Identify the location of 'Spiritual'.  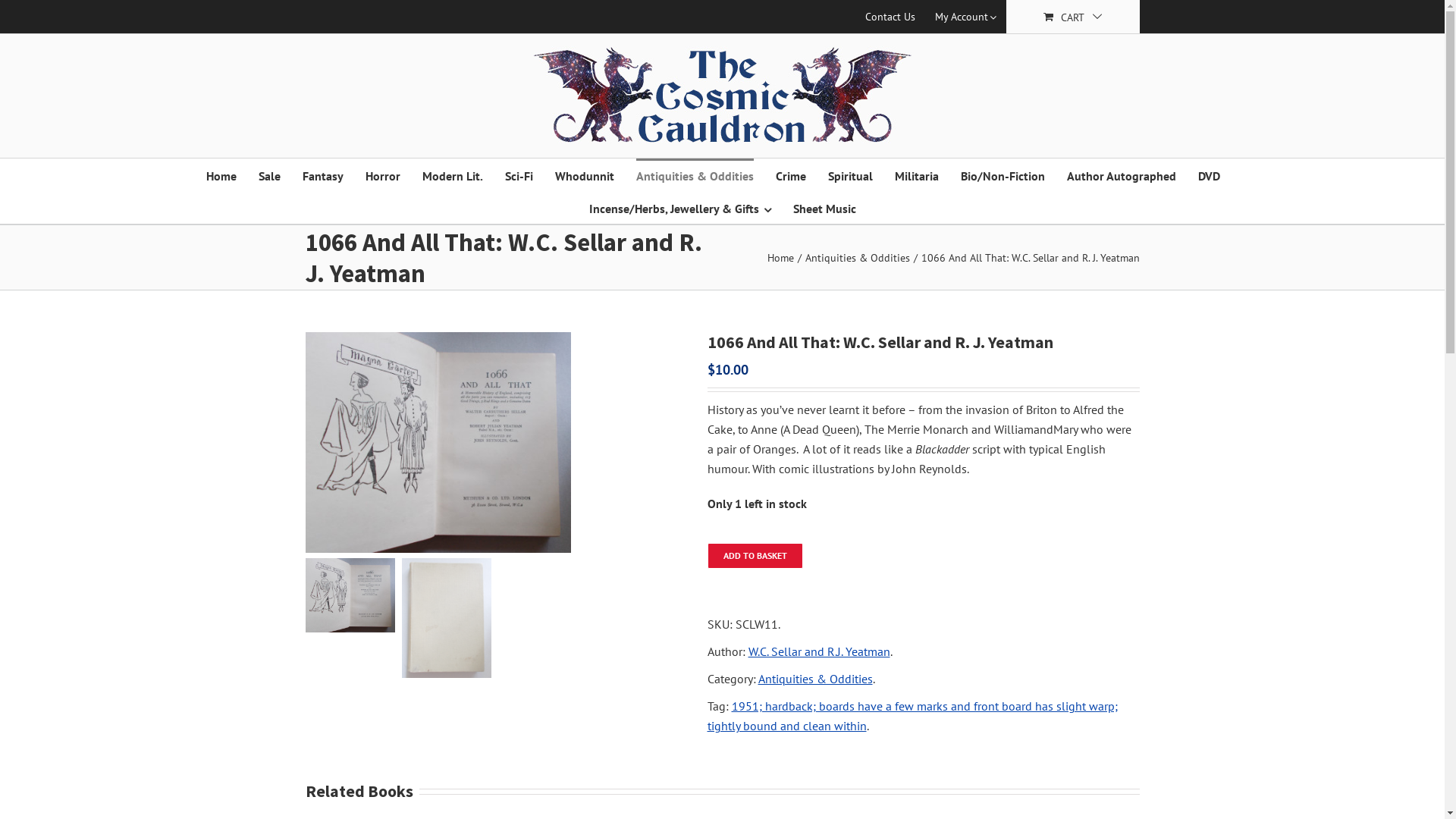
(850, 174).